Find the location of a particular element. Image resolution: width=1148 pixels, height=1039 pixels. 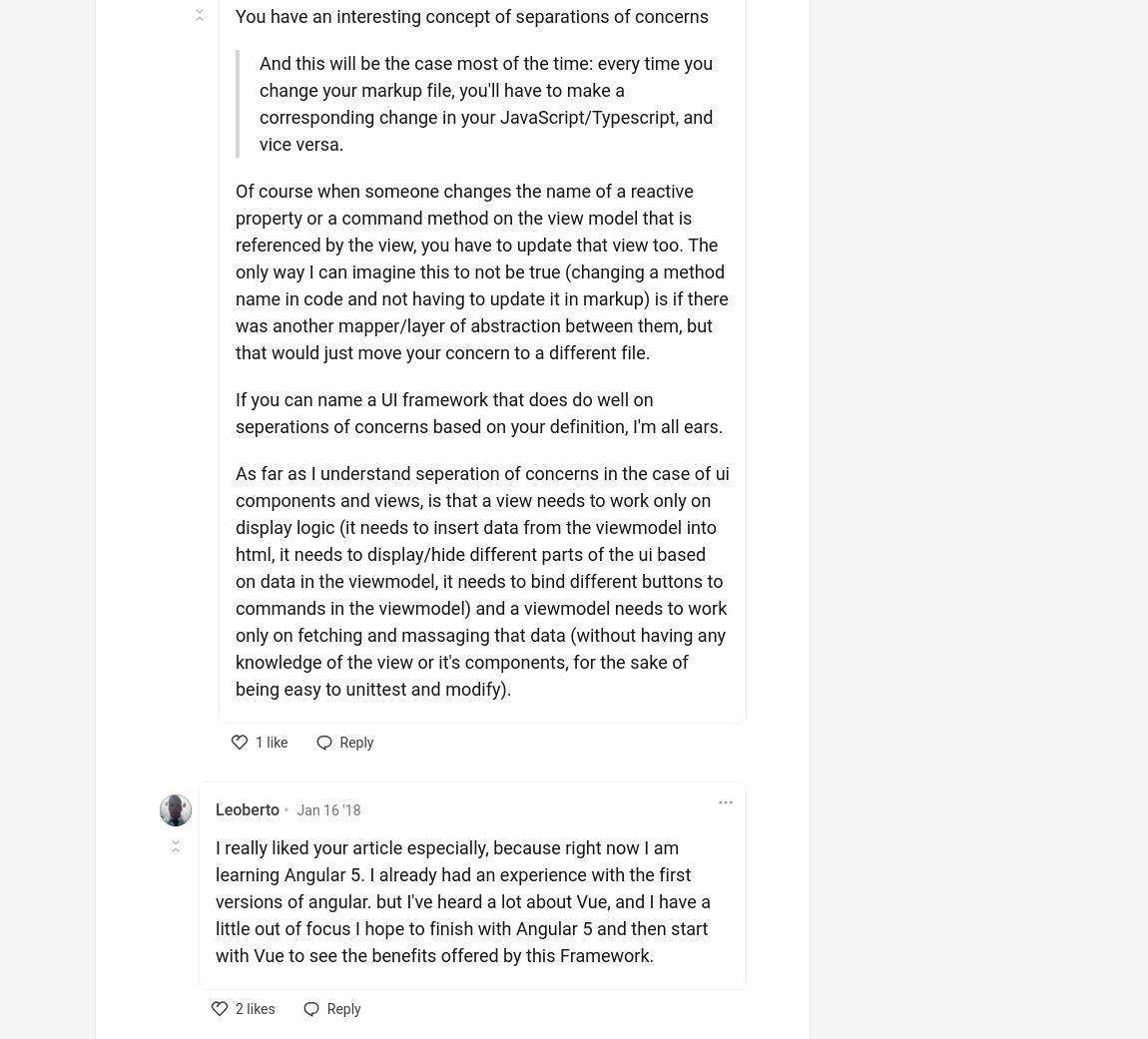

'And this will be the case most of the time: every time you change your markup file, you'll have to make a corresponding change in your JavaScript/Typescript, and vice versa.' is located at coordinates (259, 102).